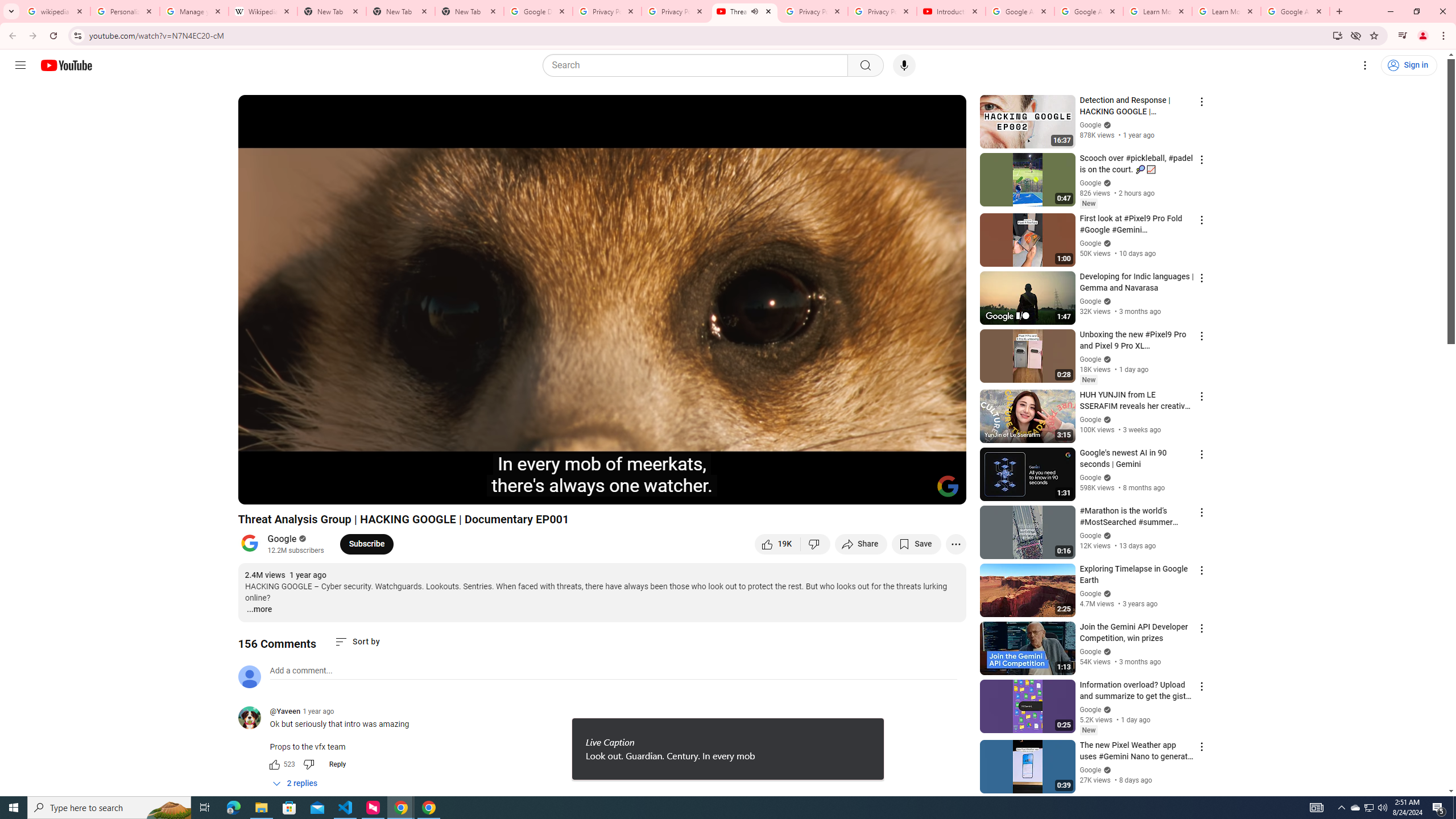 This screenshot has height=819, width=1456. What do you see at coordinates (312, 490) in the screenshot?
I see `'Mute (m)'` at bounding box center [312, 490].